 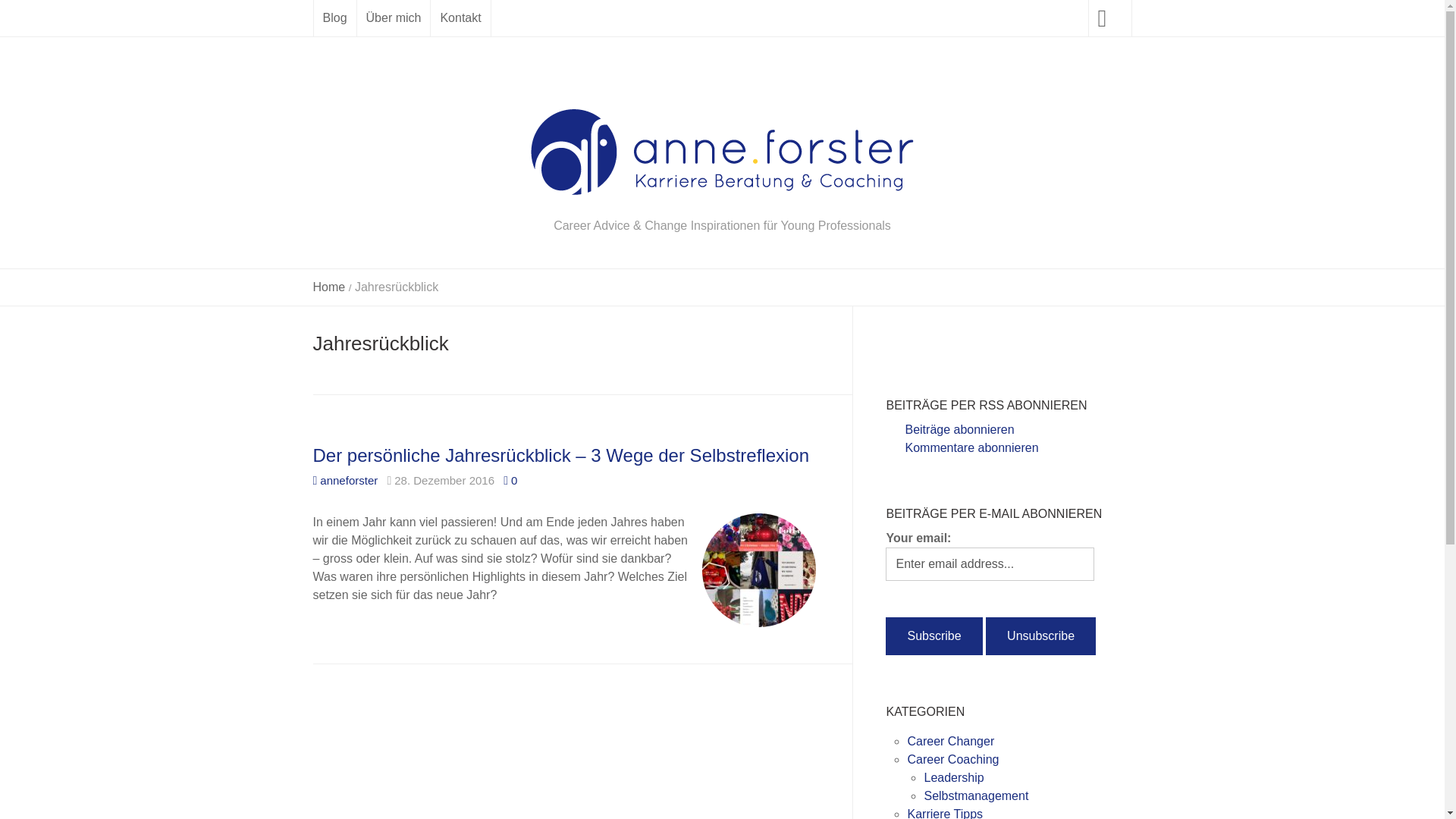 What do you see at coordinates (975, 795) in the screenshot?
I see `'Selbstmanagement'` at bounding box center [975, 795].